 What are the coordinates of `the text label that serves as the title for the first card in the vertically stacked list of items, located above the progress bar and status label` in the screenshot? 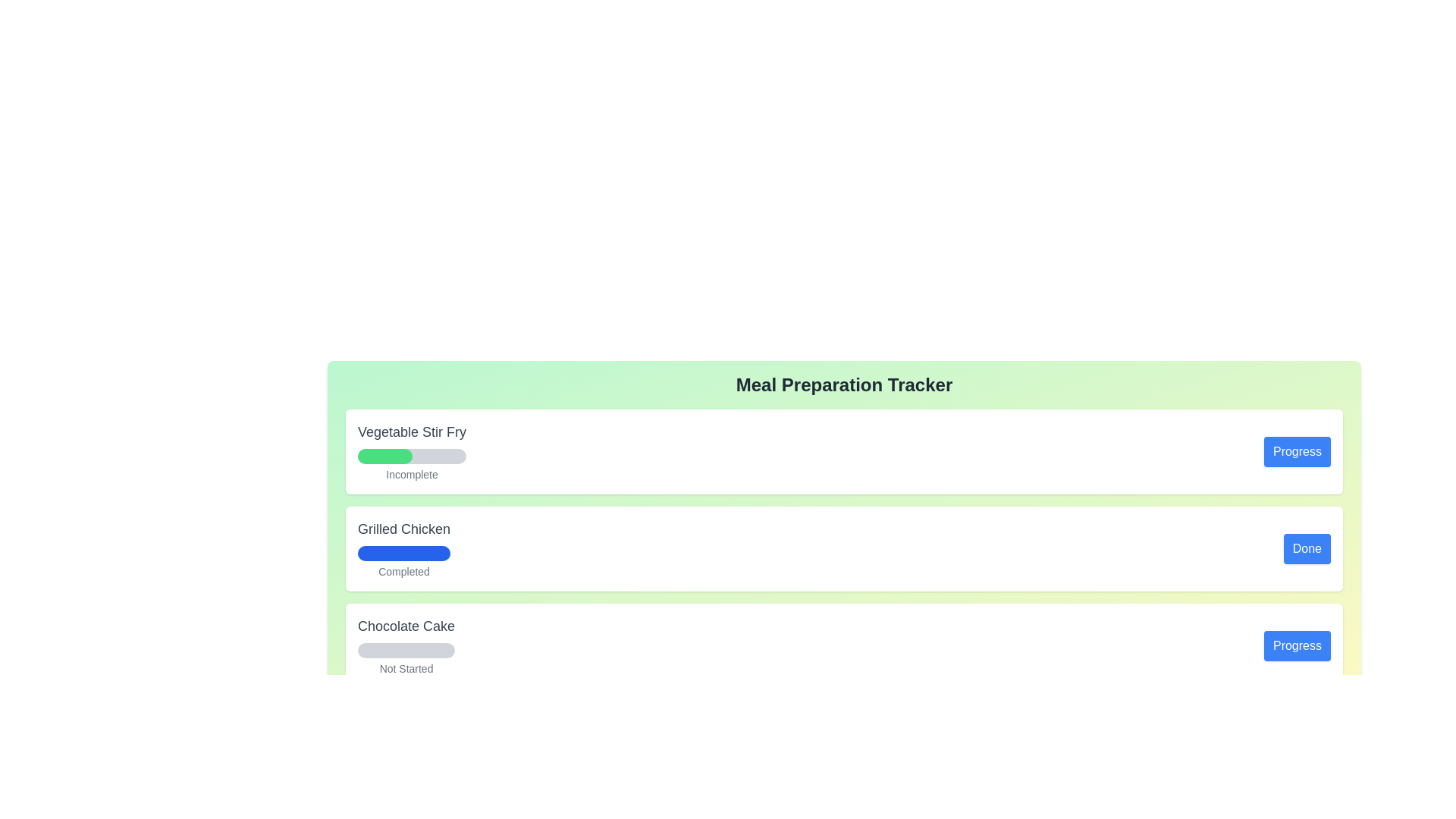 It's located at (412, 432).